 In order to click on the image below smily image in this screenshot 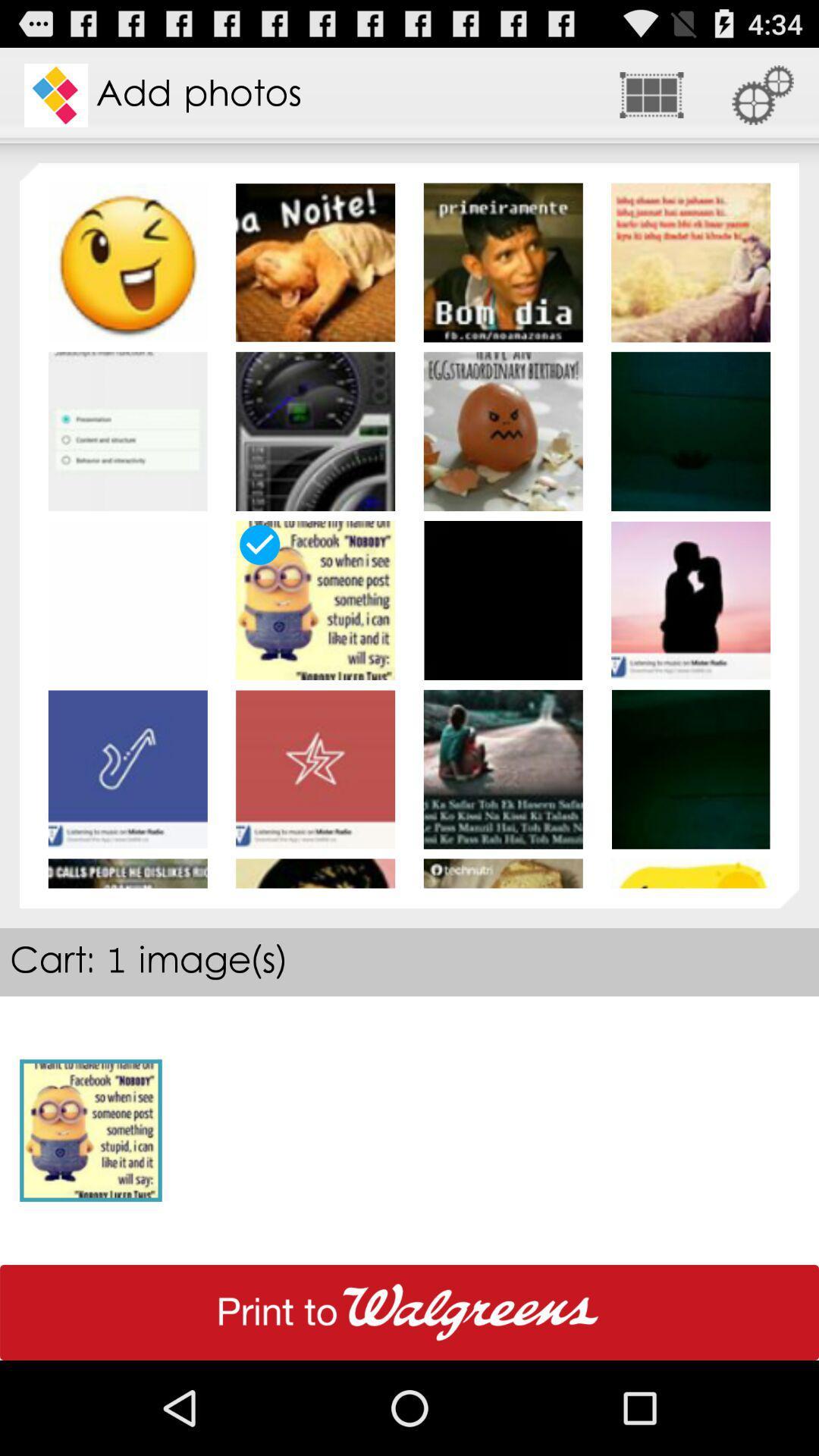, I will do `click(127, 431)`.